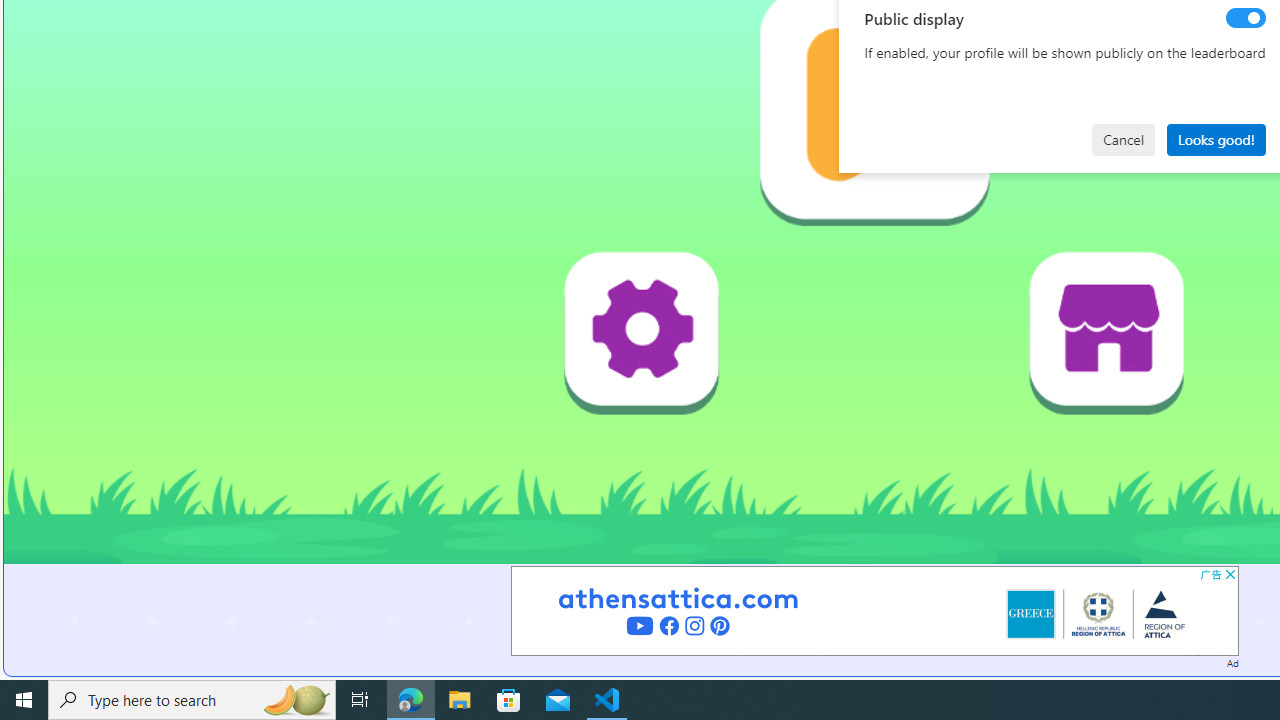  I want to click on 'AutomationID: cbb', so click(1229, 574).